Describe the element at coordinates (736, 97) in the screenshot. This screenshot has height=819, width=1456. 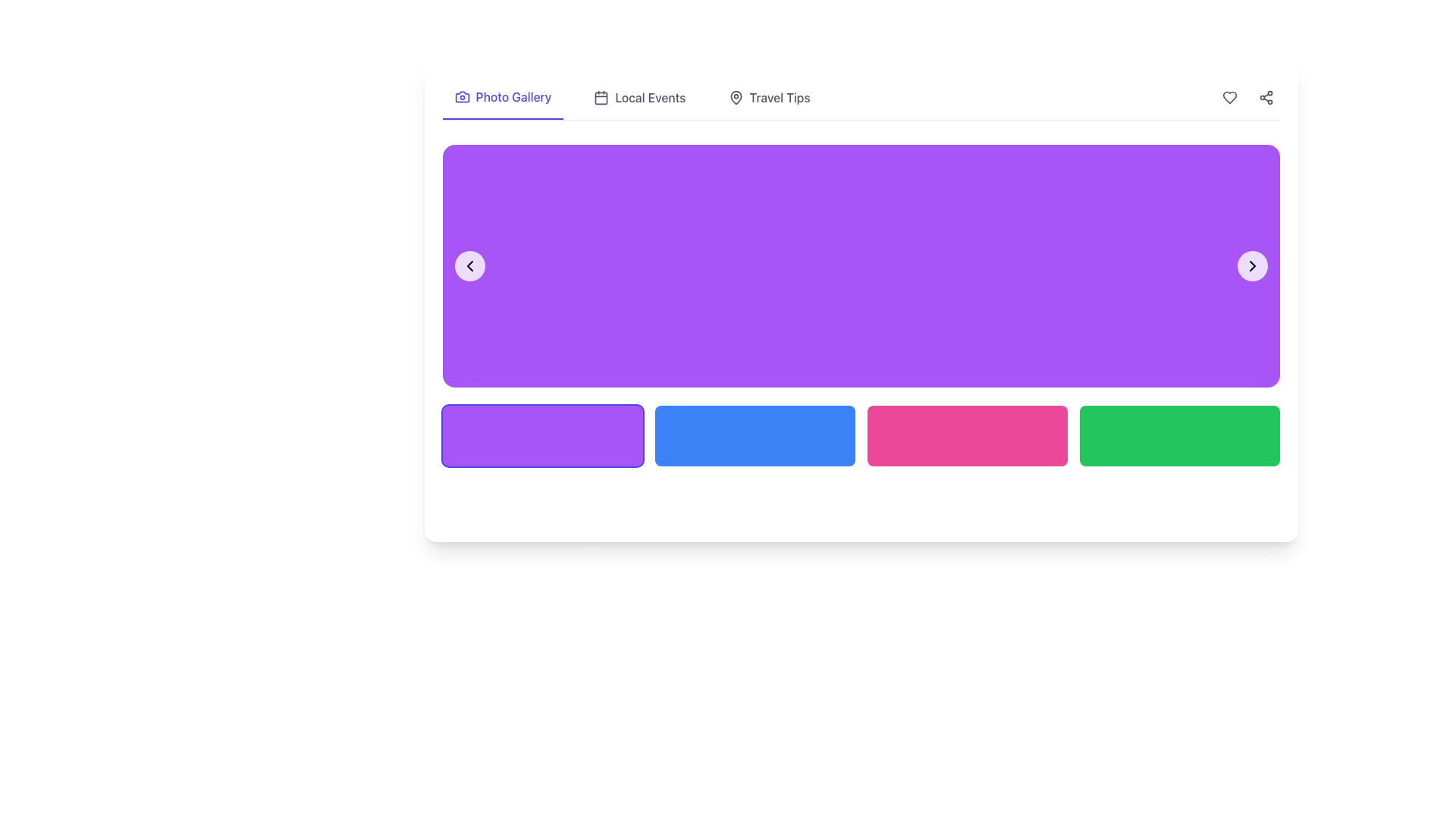
I see `the map pin icon located in the header navigation bar, adjacent to the 'Travel Tips' text` at that location.